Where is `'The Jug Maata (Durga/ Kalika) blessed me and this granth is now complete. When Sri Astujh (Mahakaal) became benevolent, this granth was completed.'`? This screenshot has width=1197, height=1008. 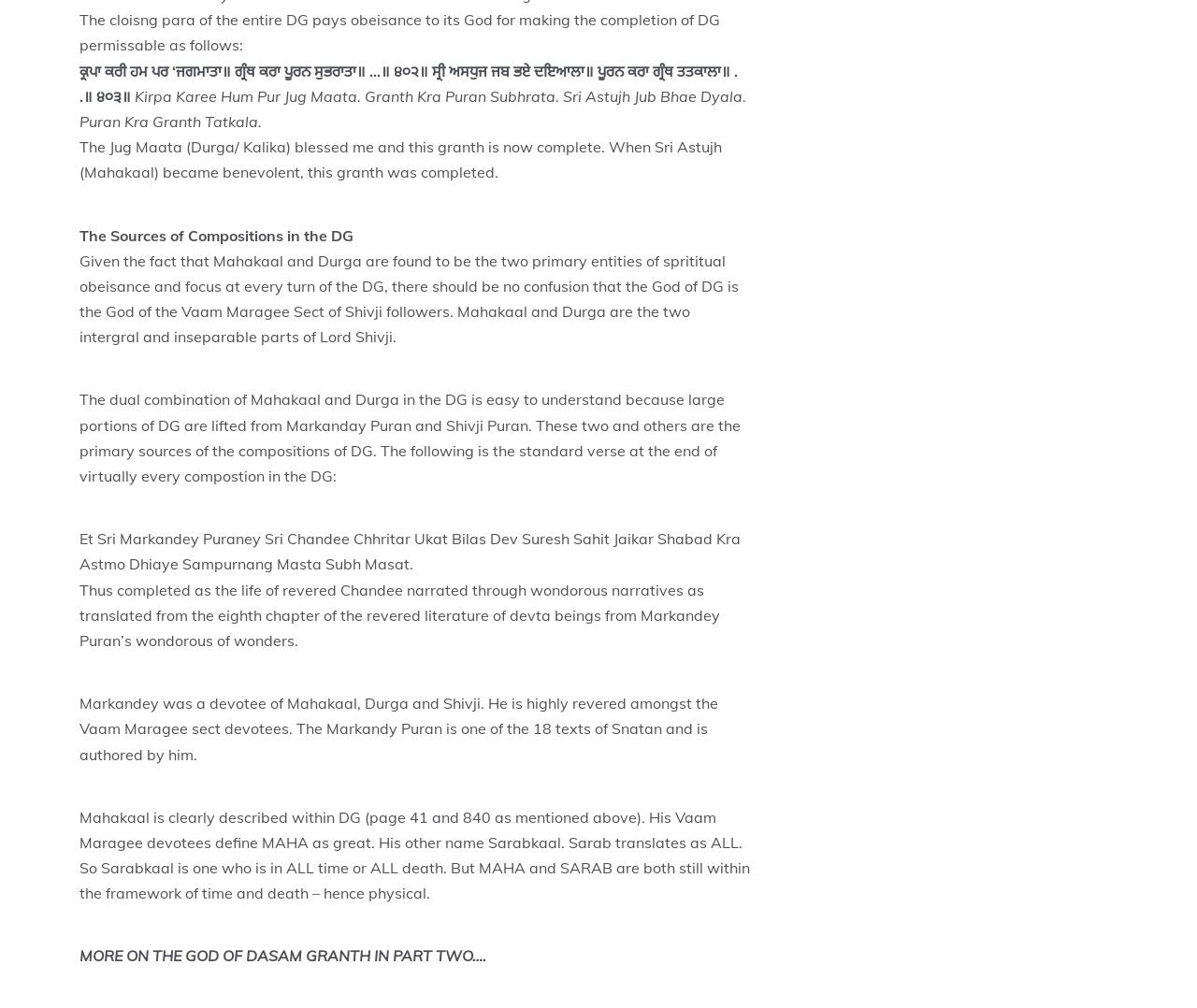 'The Jug Maata (Durga/ Kalika) blessed me and this granth is now complete. When Sri Astujh (Mahakaal) became benevolent, this granth was completed.' is located at coordinates (399, 158).